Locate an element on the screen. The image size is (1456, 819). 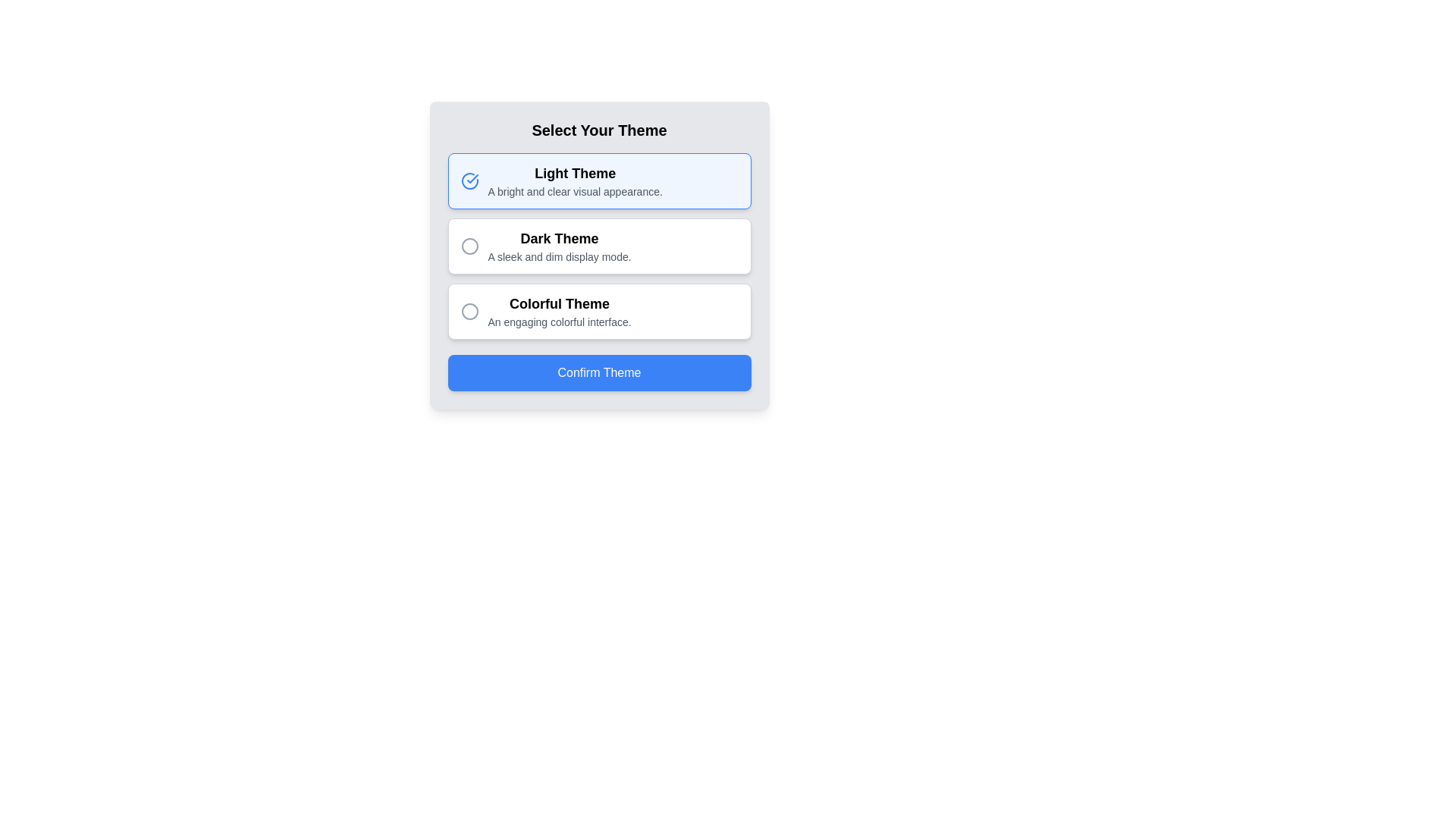
Checkbox indicator for the 'Light Theme' option, located to the left of the text block that reads 'Light Theme - A bright and clear visual appearance' is located at coordinates (469, 180).